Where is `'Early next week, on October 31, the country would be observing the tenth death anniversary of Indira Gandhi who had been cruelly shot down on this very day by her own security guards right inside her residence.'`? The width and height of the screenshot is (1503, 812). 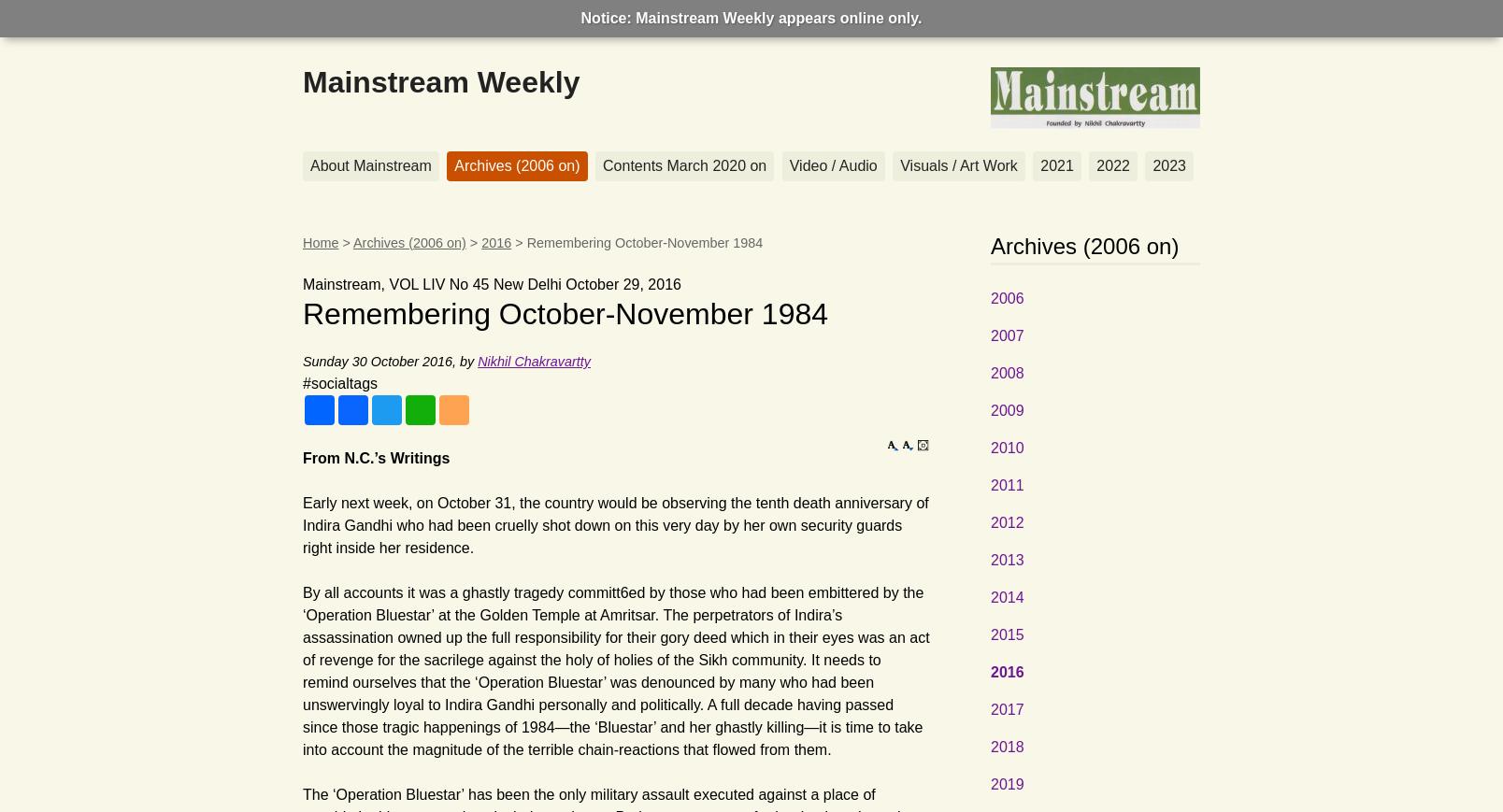 'Early next week, on October 31, the country would be observing the tenth death anniversary of Indira Gandhi who had been cruelly shot down on this very day by her own security guards right inside her residence.' is located at coordinates (615, 524).